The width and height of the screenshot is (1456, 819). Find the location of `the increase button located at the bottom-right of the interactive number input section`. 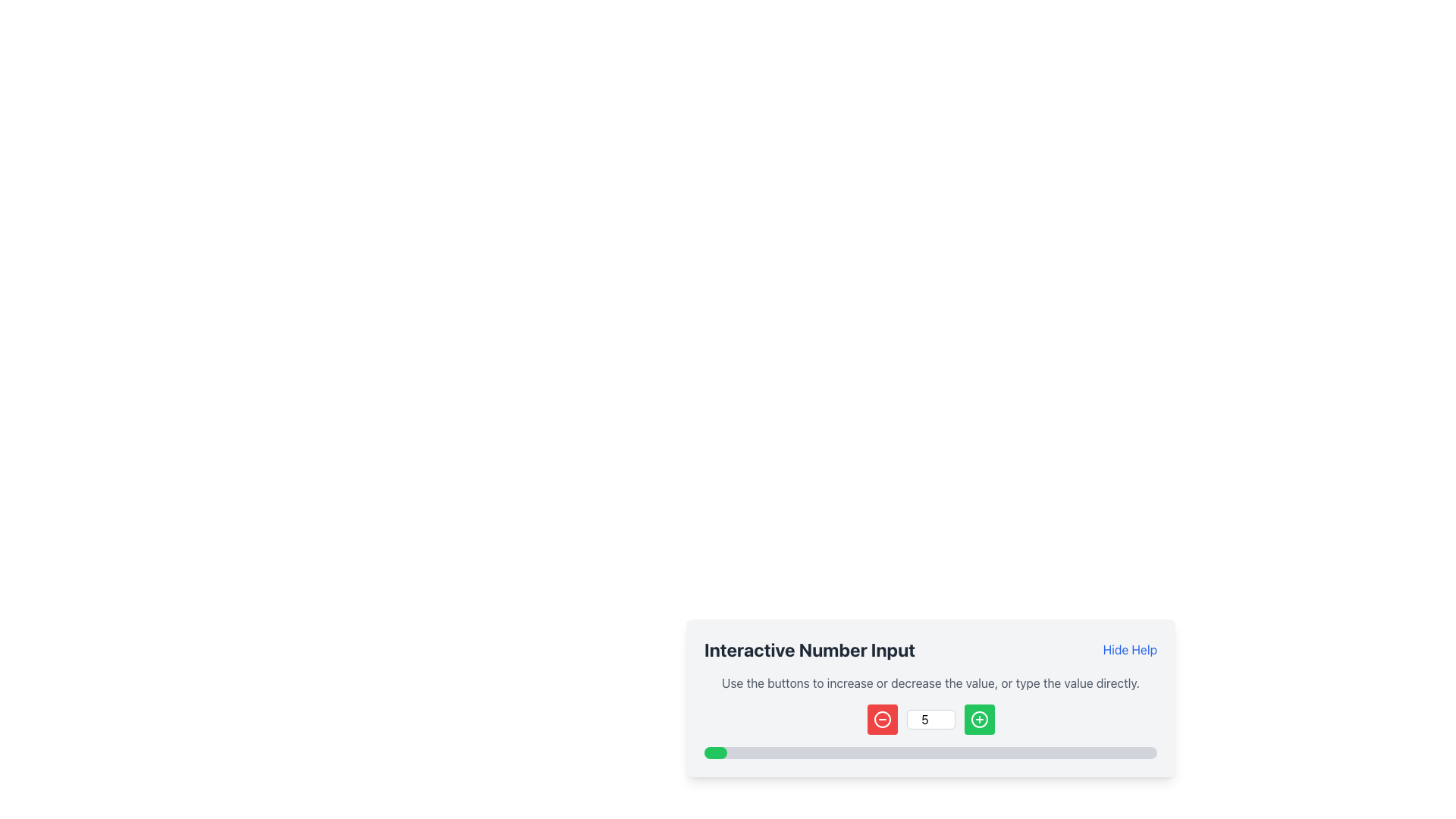

the increase button located at the bottom-right of the interactive number input section is located at coordinates (979, 718).